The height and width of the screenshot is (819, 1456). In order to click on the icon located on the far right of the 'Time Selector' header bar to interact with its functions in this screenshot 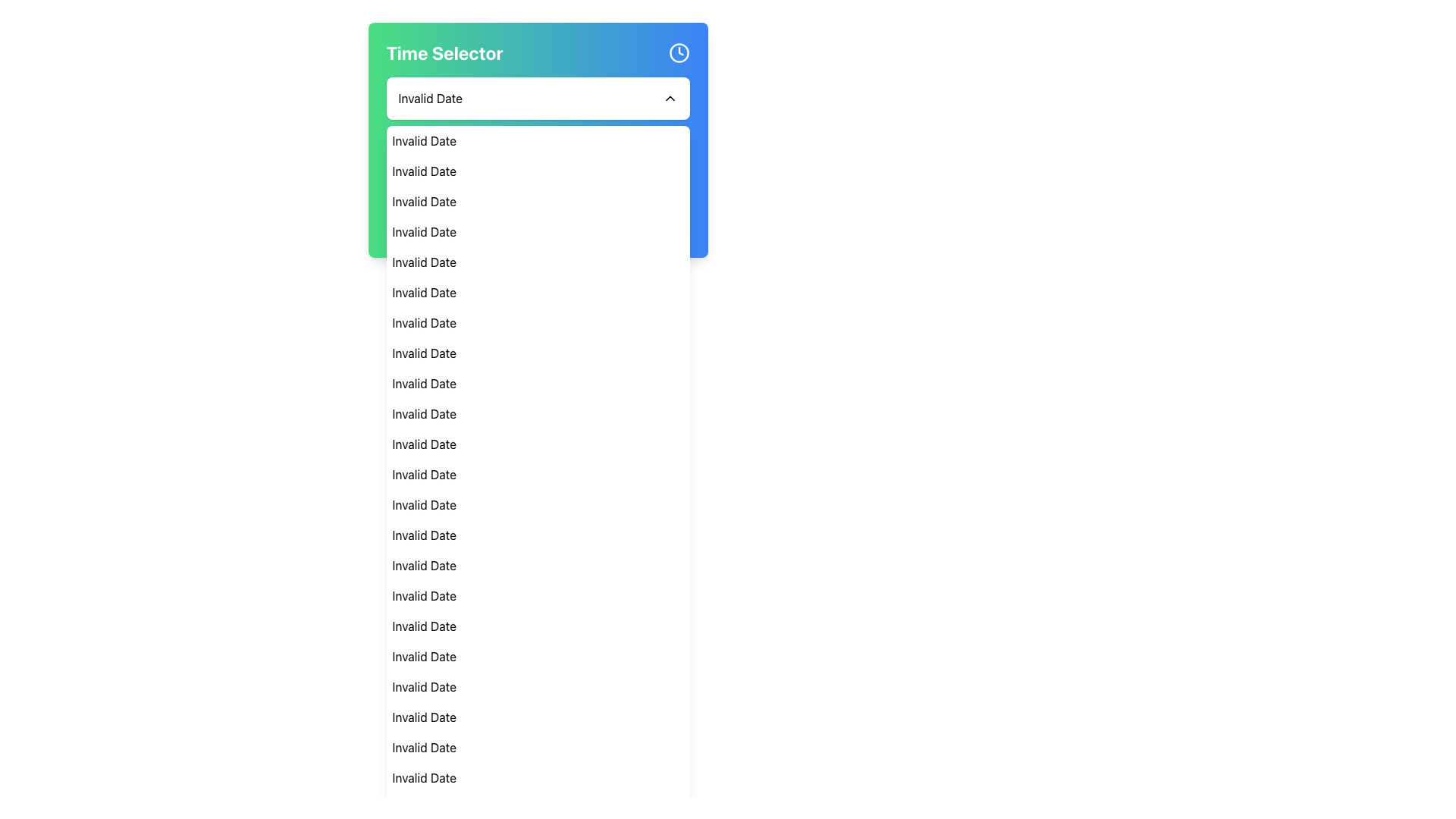, I will do `click(678, 52)`.